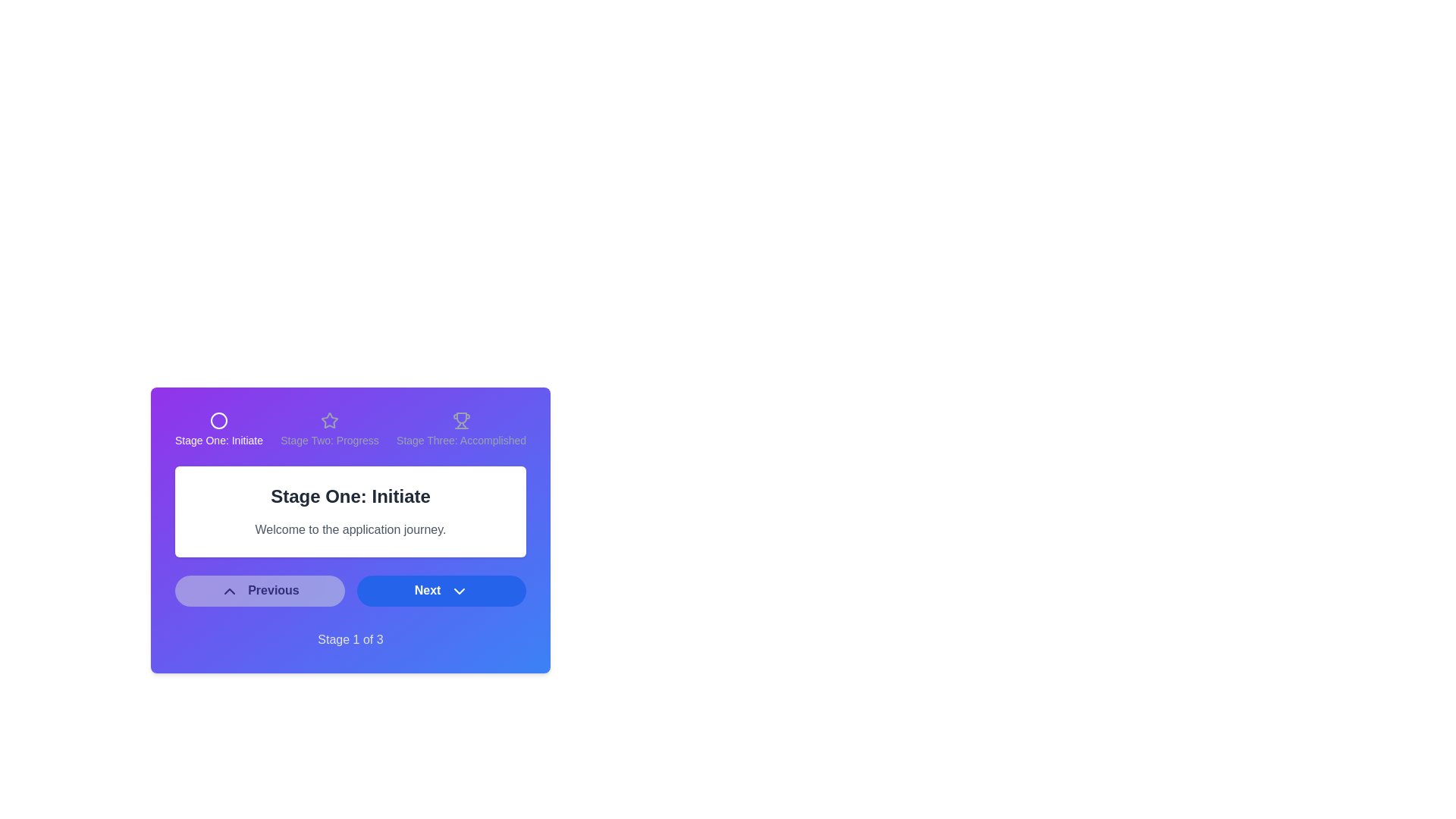 The image size is (1456, 819). What do you see at coordinates (350, 497) in the screenshot?
I see `the text element displaying 'Stage One: Initiate', which is positioned in the upper-middle section of a white panel, to provide context about the current stage in the application process` at bounding box center [350, 497].